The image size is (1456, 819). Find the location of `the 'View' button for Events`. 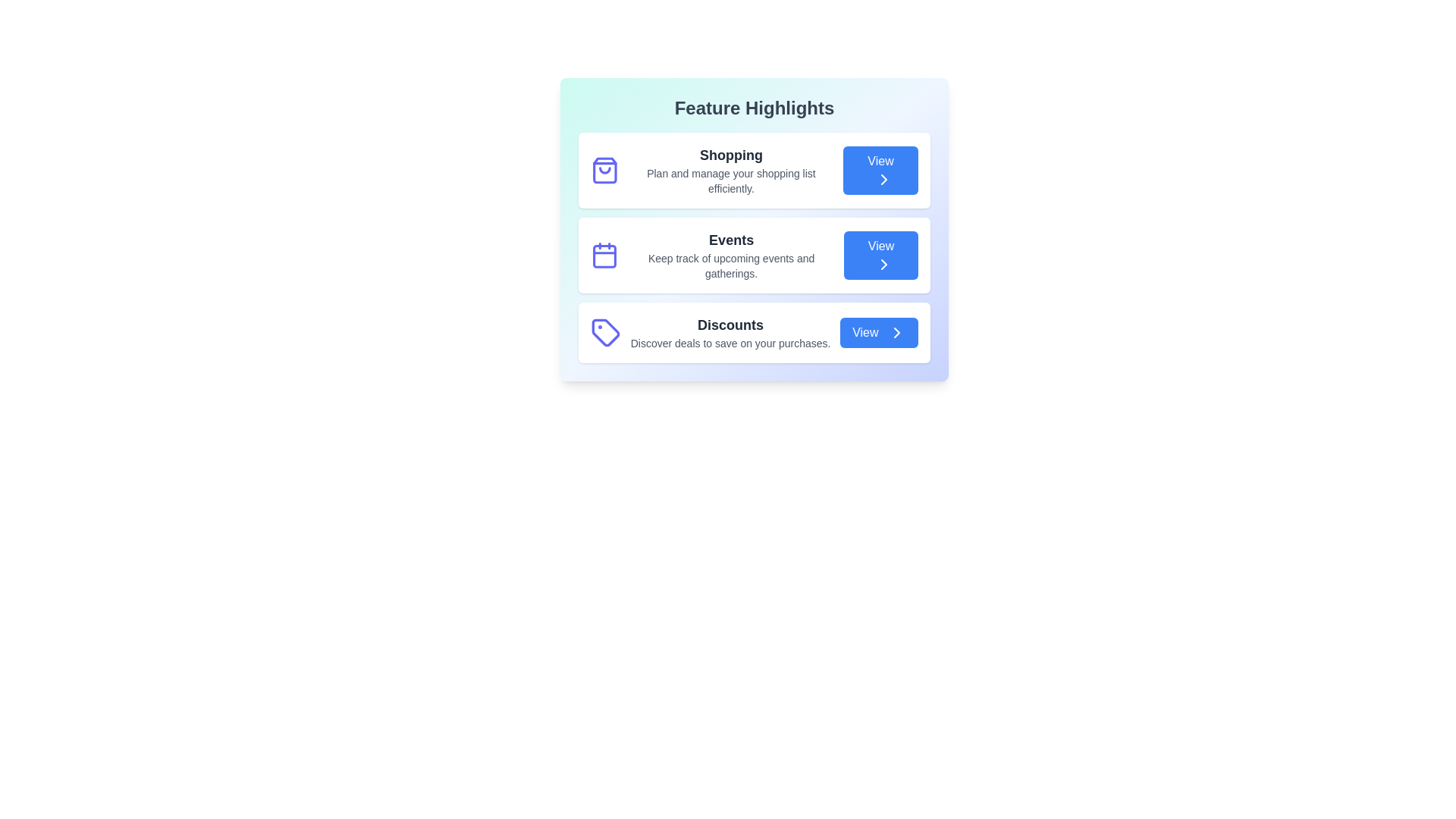

the 'View' button for Events is located at coordinates (880, 254).